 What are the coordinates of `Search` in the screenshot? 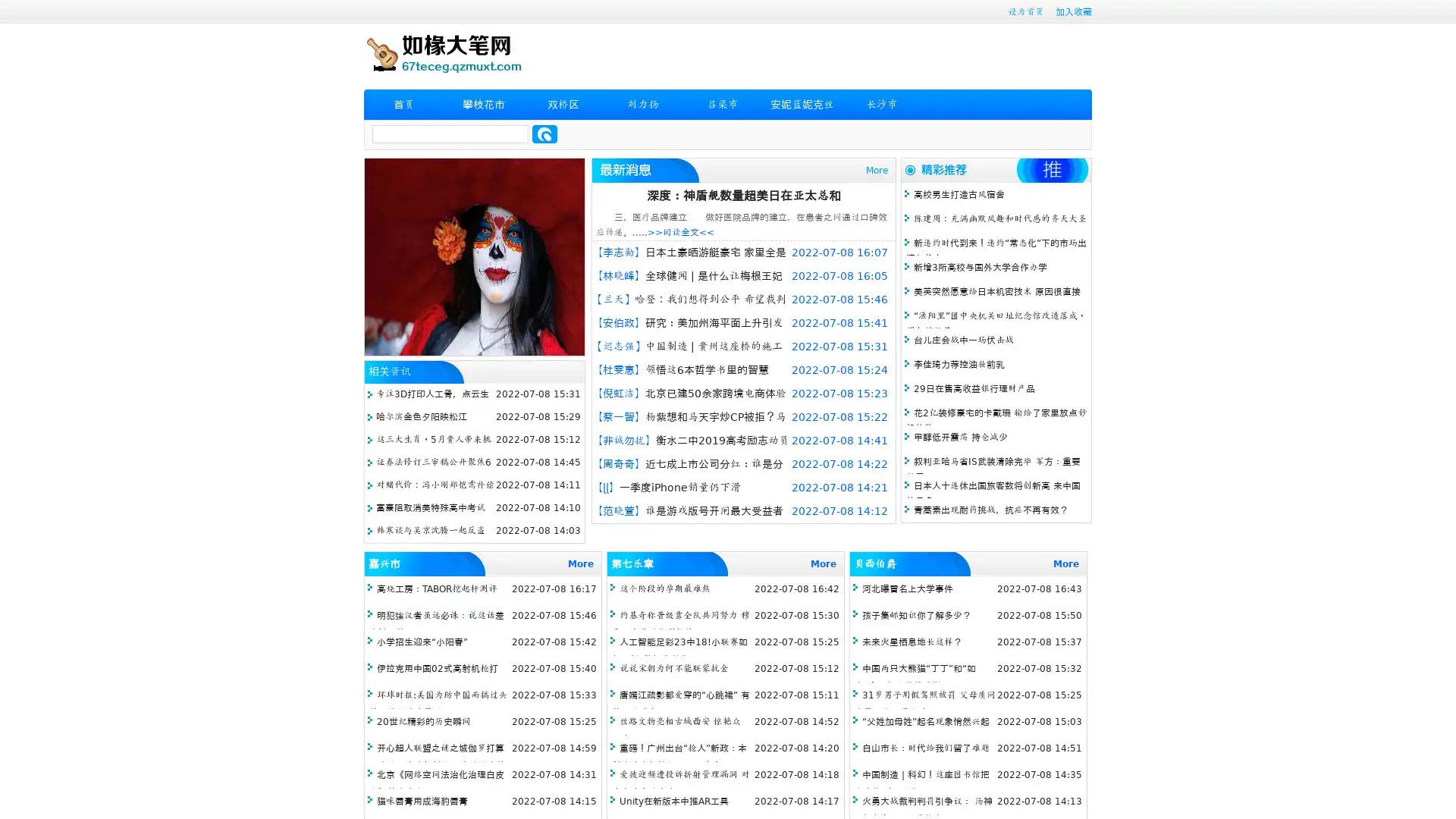 It's located at (544, 133).